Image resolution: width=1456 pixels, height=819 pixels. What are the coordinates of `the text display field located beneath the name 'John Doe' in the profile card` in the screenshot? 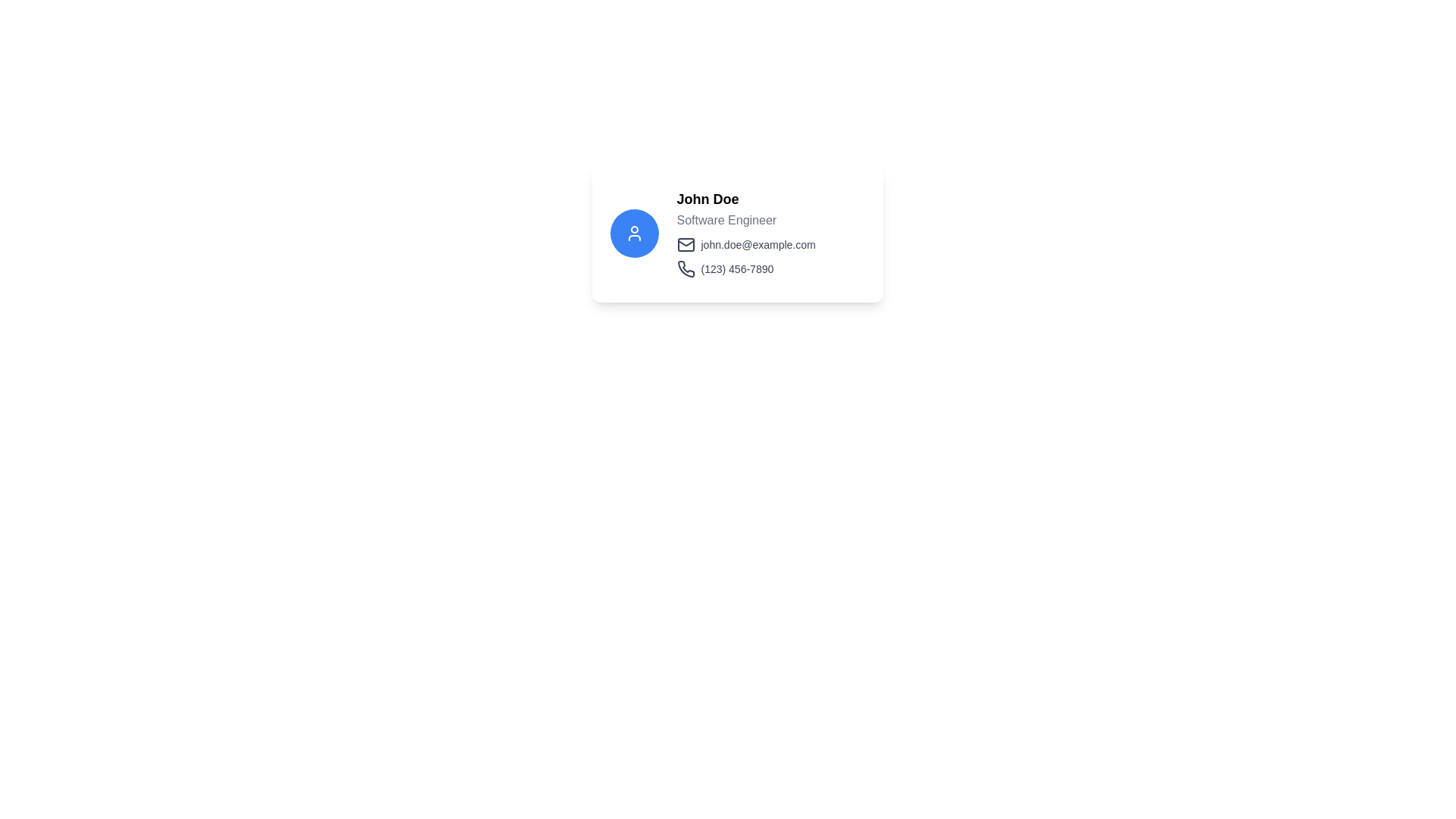 It's located at (745, 220).